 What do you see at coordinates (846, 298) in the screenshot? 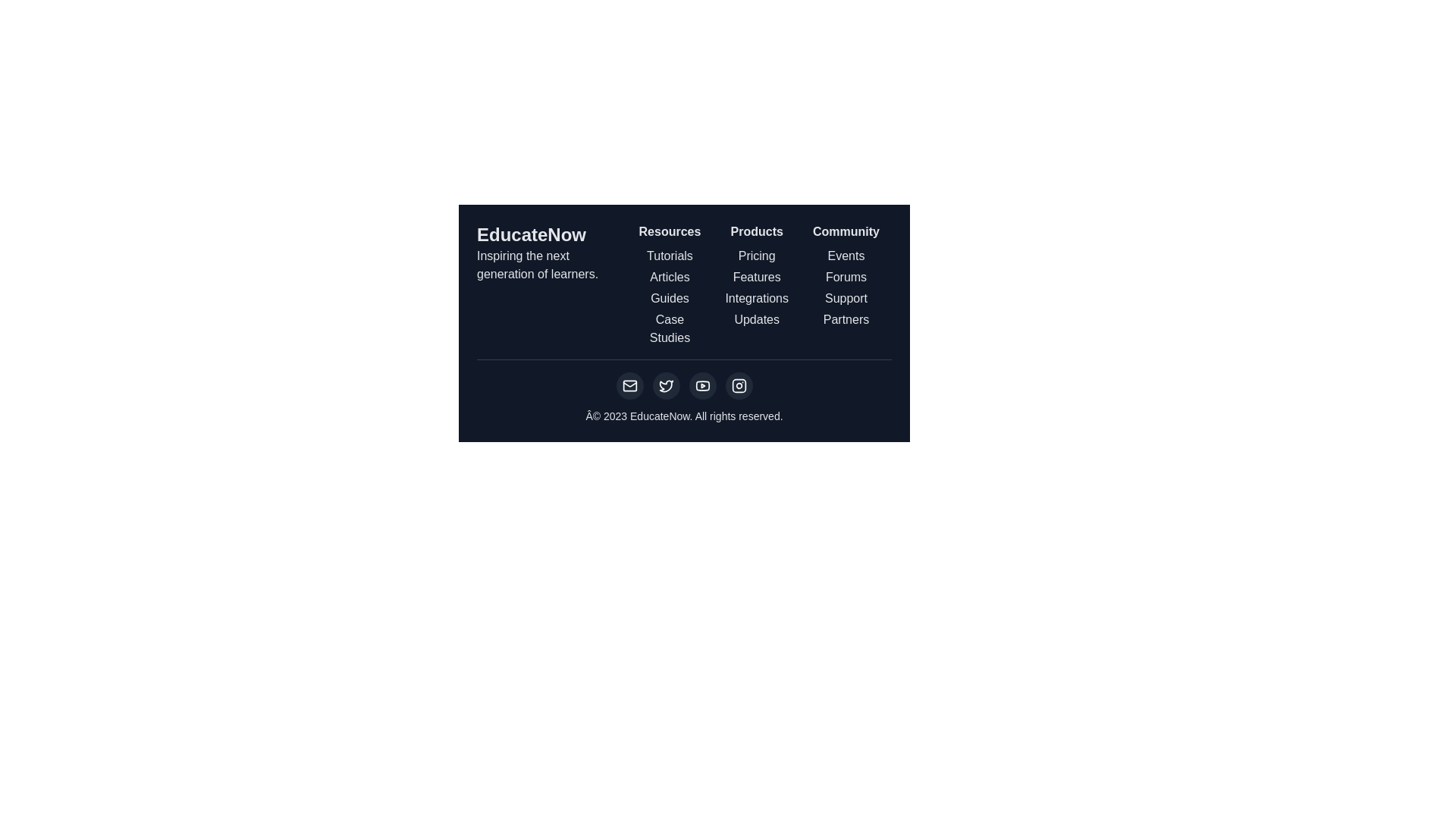
I see `the 'Support' text label located in the 'Community' section, which is styled with a hover underline effect and displayed on a dark background` at bounding box center [846, 298].